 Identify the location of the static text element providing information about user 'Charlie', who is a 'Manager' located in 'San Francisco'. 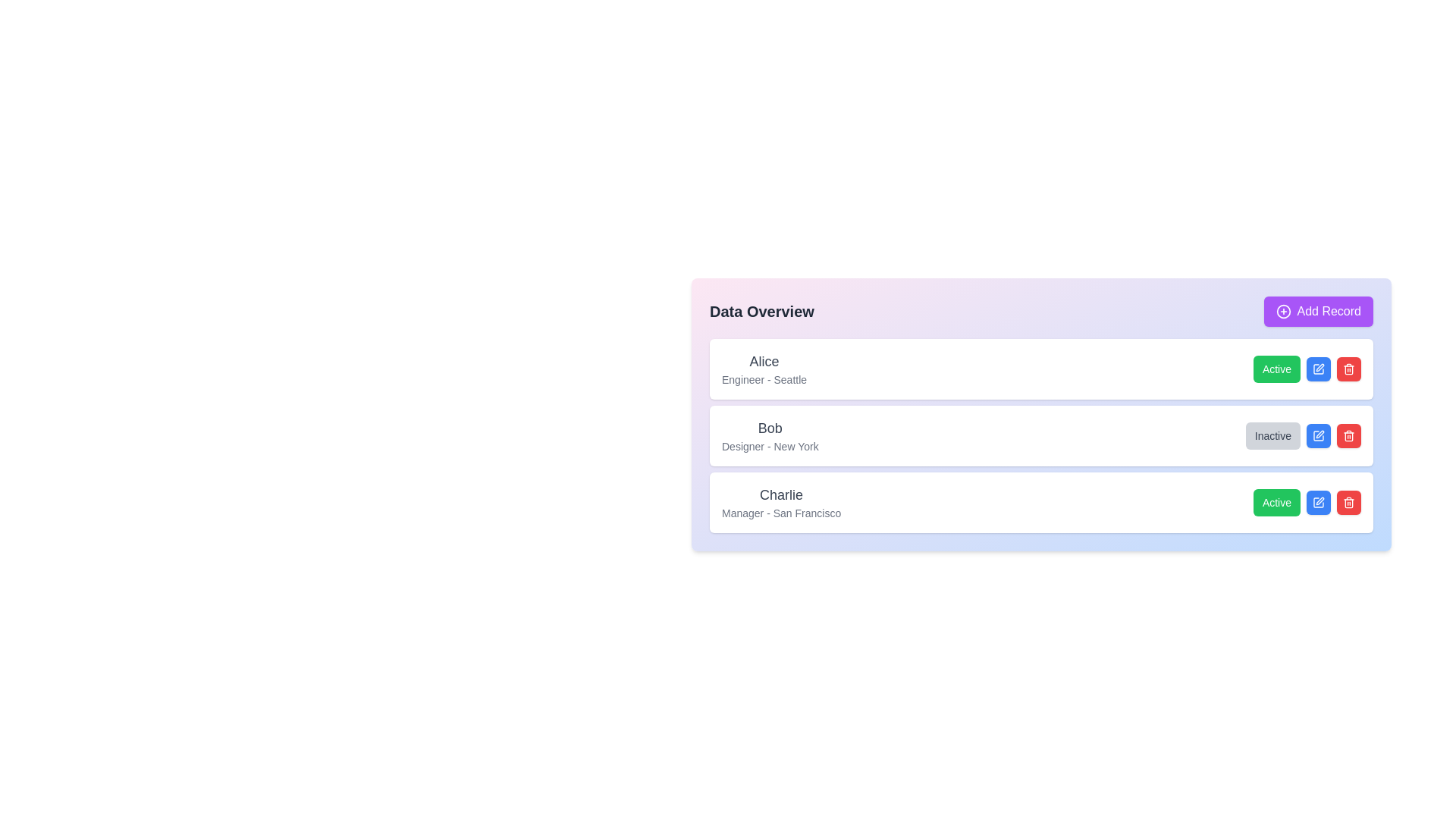
(781, 513).